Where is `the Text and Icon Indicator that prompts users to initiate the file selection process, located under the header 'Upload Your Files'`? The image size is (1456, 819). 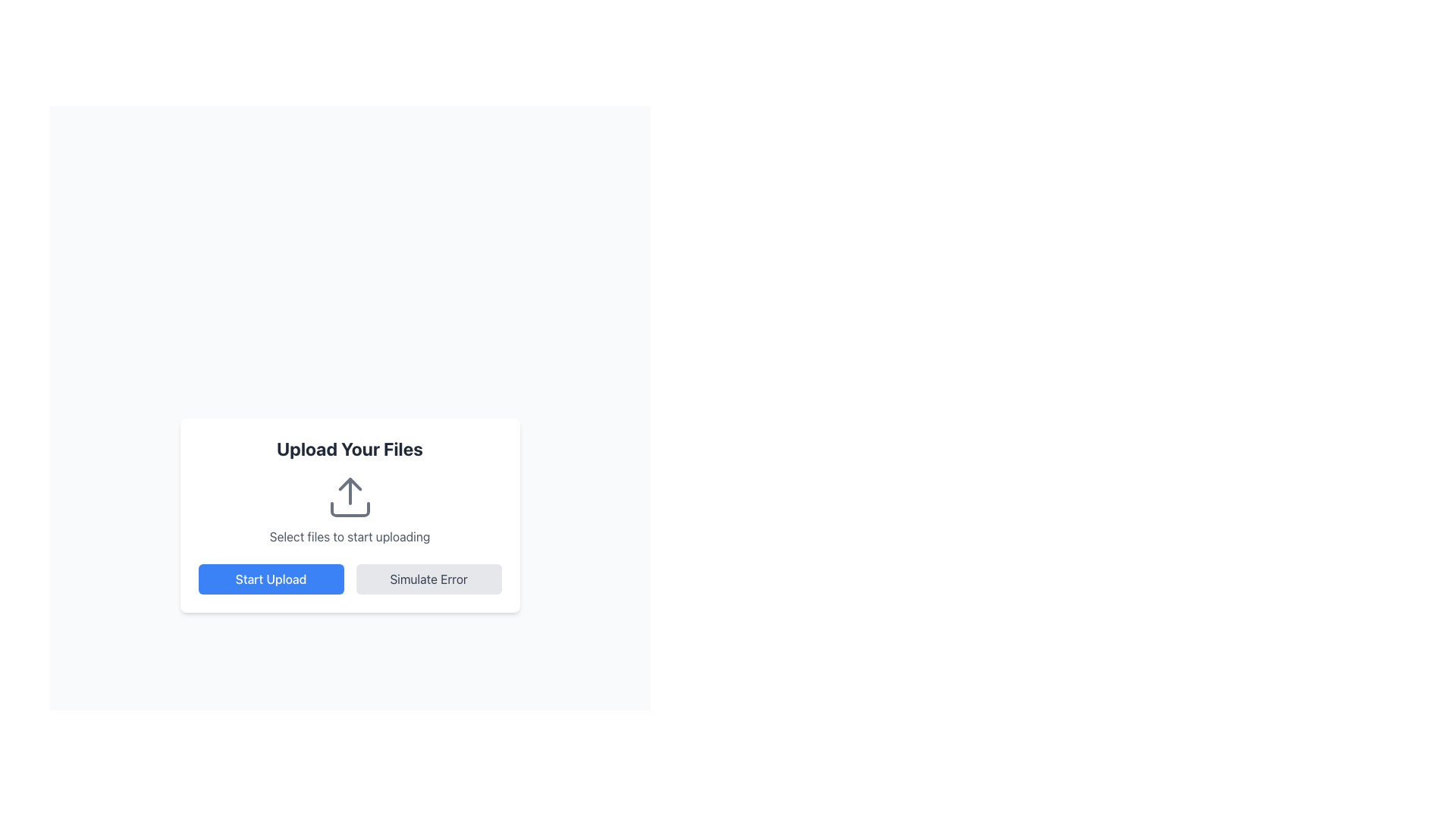
the Text and Icon Indicator that prompts users to initiate the file selection process, located under the header 'Upload Your Files' is located at coordinates (349, 509).